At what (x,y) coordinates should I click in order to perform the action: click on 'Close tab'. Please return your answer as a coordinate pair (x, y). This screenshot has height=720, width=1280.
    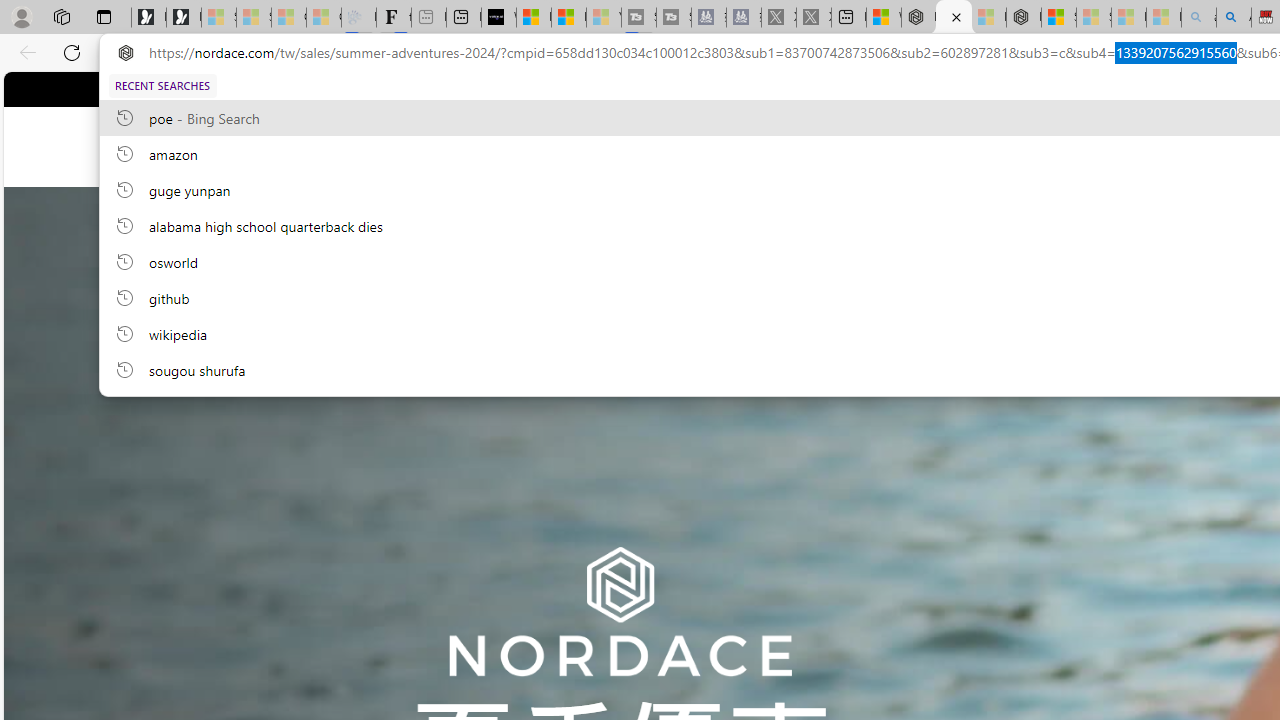
    Looking at the image, I should click on (955, 17).